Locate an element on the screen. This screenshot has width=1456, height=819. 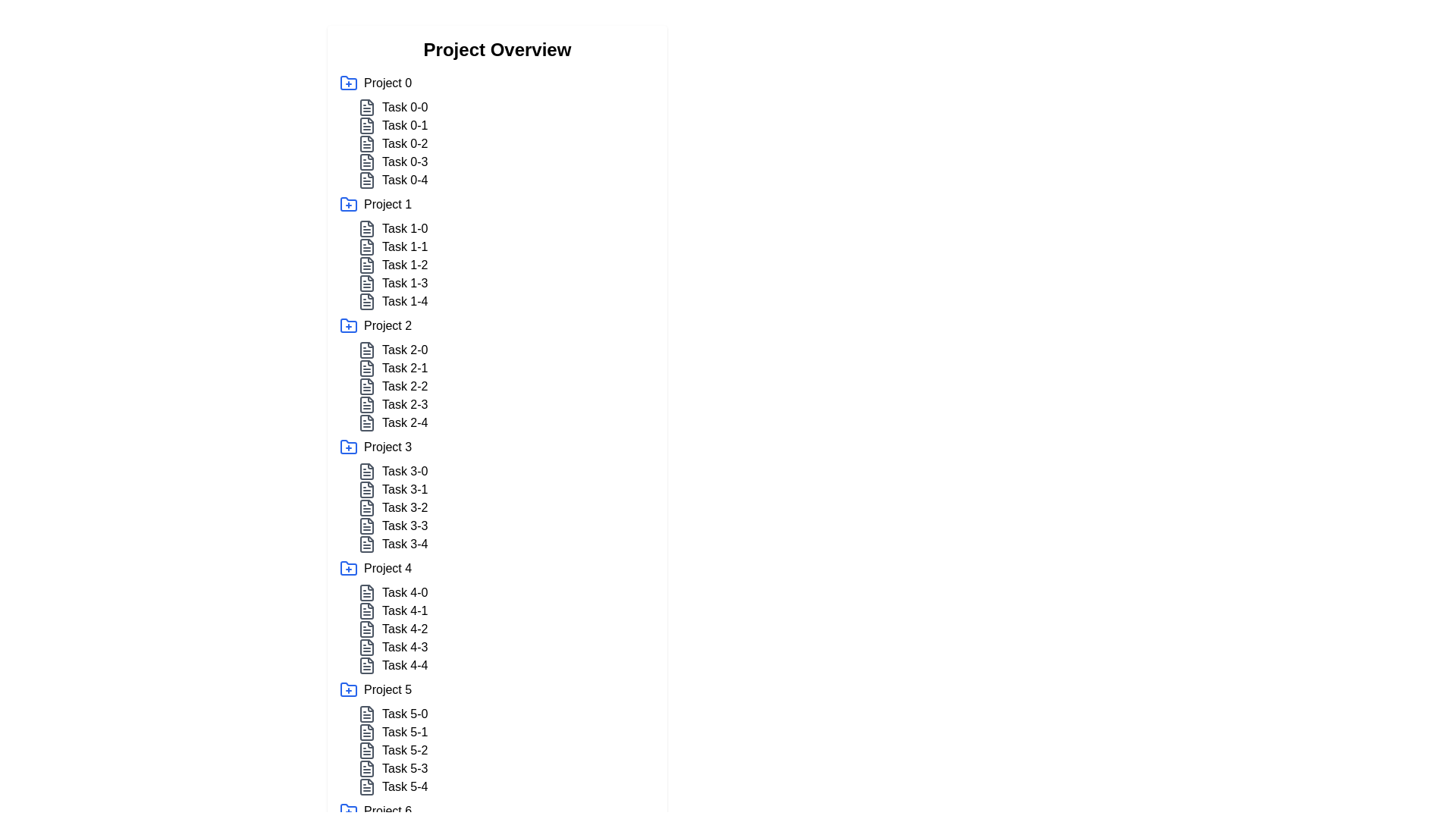
the text label displaying 'Task 4-0' under 'Project 4', which has a document icon to its left is located at coordinates (405, 592).